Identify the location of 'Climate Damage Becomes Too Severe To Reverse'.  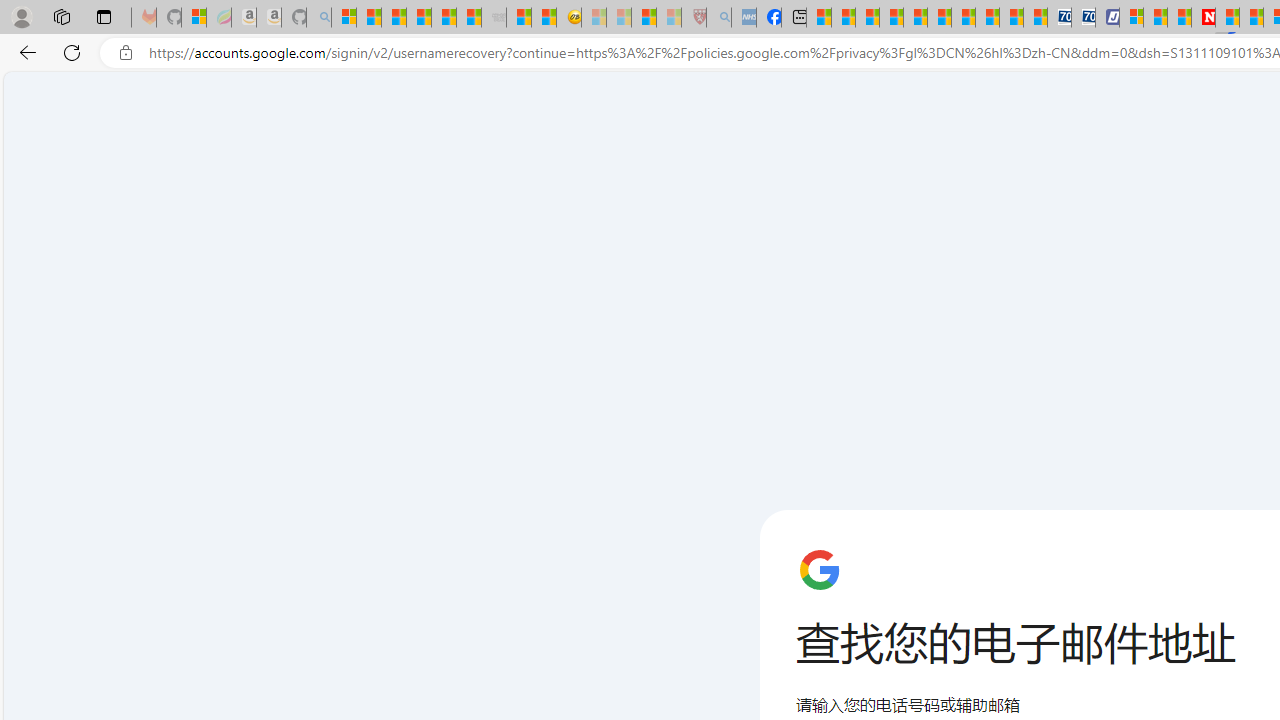
(889, 17).